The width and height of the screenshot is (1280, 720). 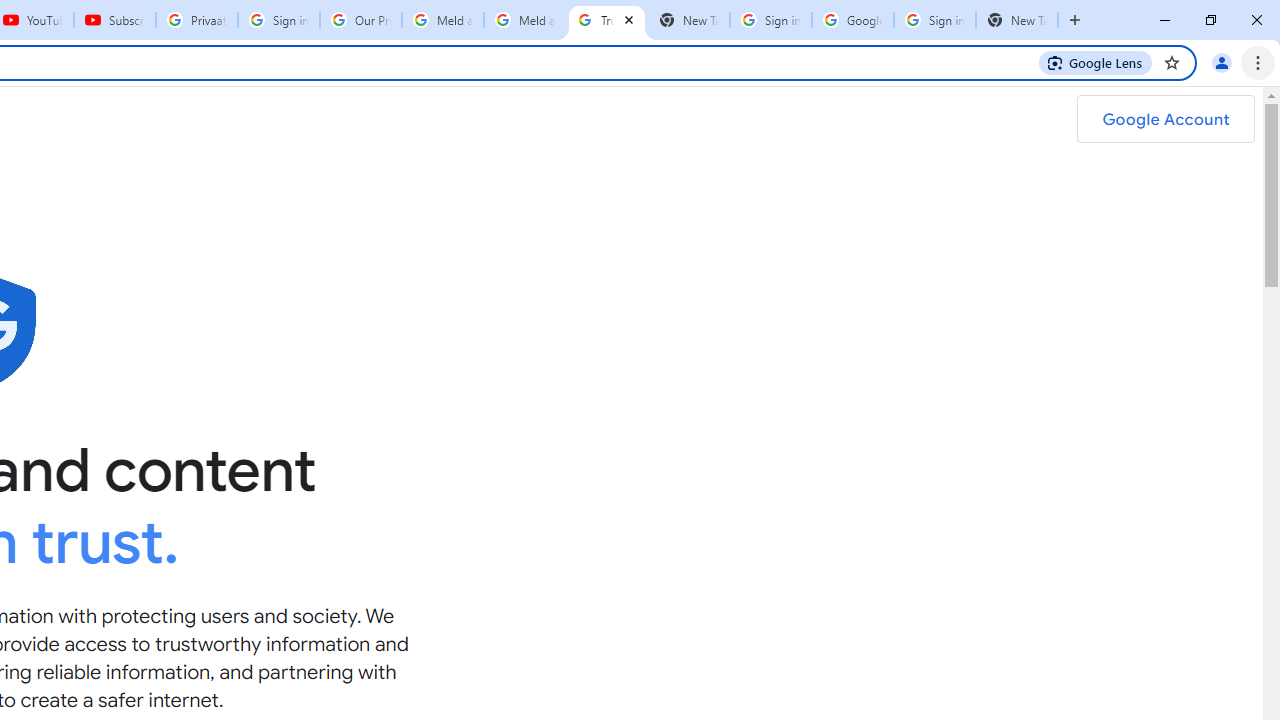 I want to click on 'Google Cybersecurity Innovations - Google Safety Center', so click(x=852, y=20).